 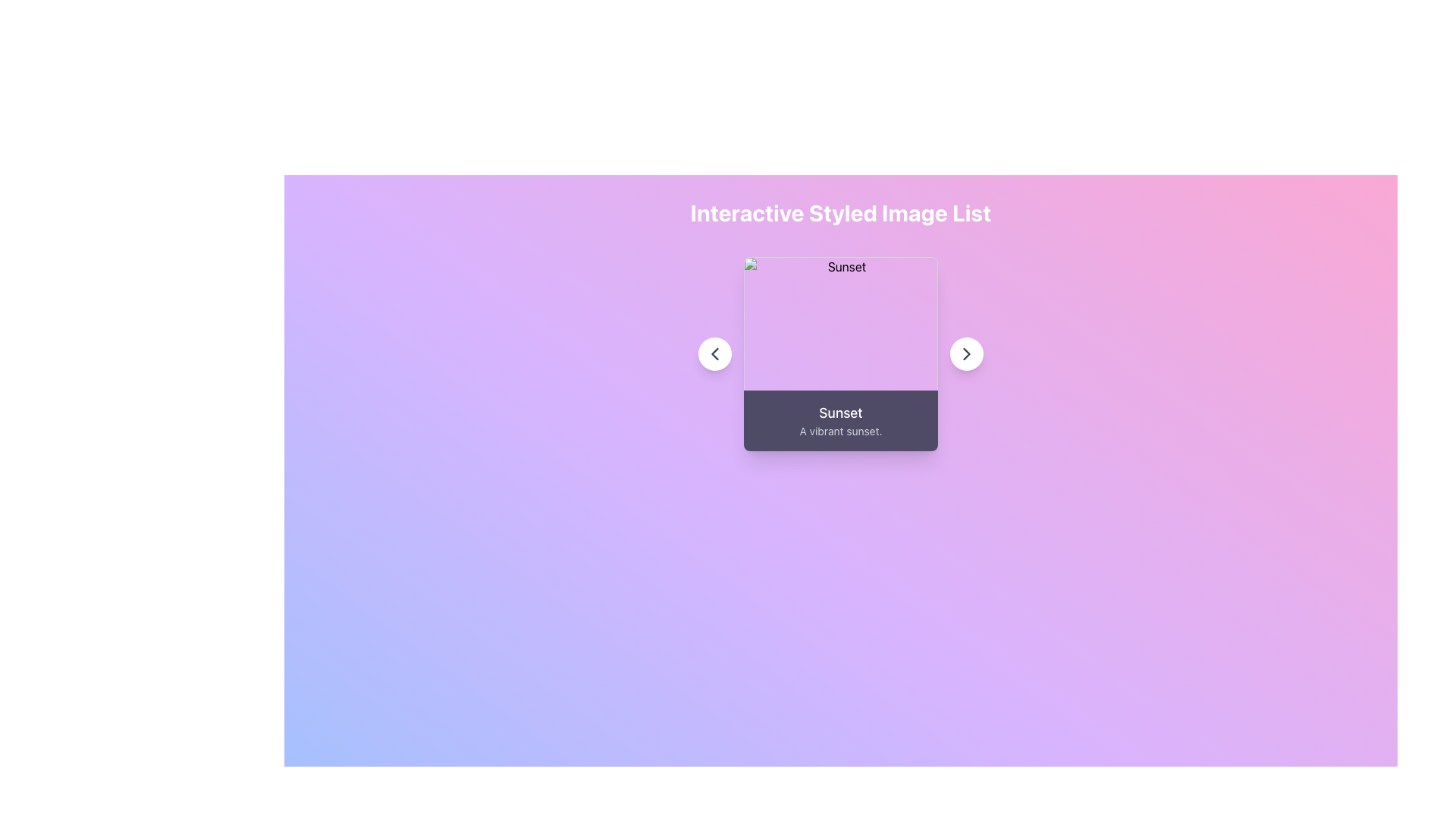 I want to click on the rightward arrow navigation button located within a circular button at the right edge of the 'Sunset' card to receive feedback or focus, so click(x=966, y=353).